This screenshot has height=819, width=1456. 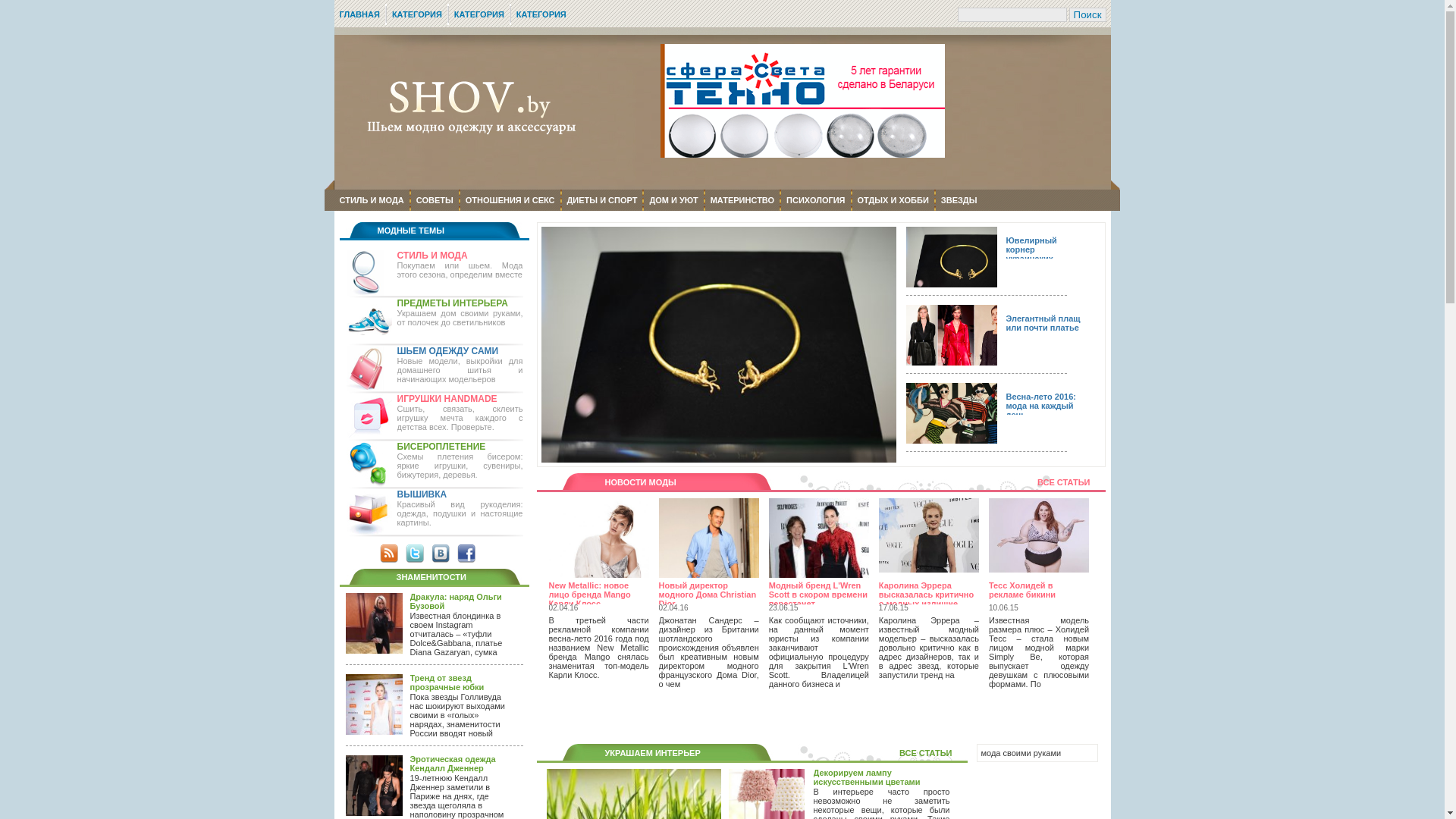 What do you see at coordinates (414, 553) in the screenshot?
I see `'Twitter'` at bounding box center [414, 553].